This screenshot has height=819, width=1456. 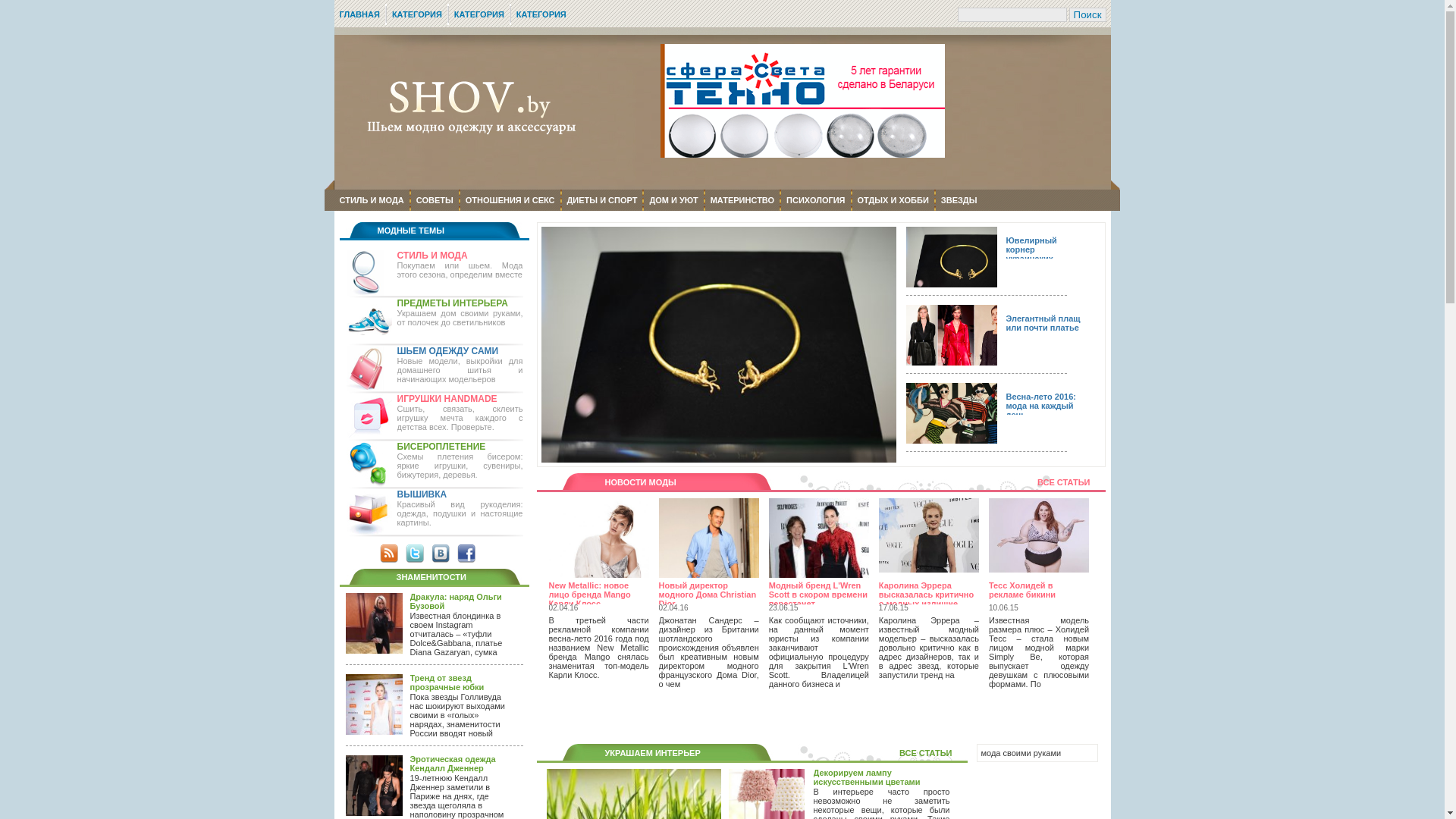 What do you see at coordinates (414, 553) in the screenshot?
I see `'Twitter'` at bounding box center [414, 553].